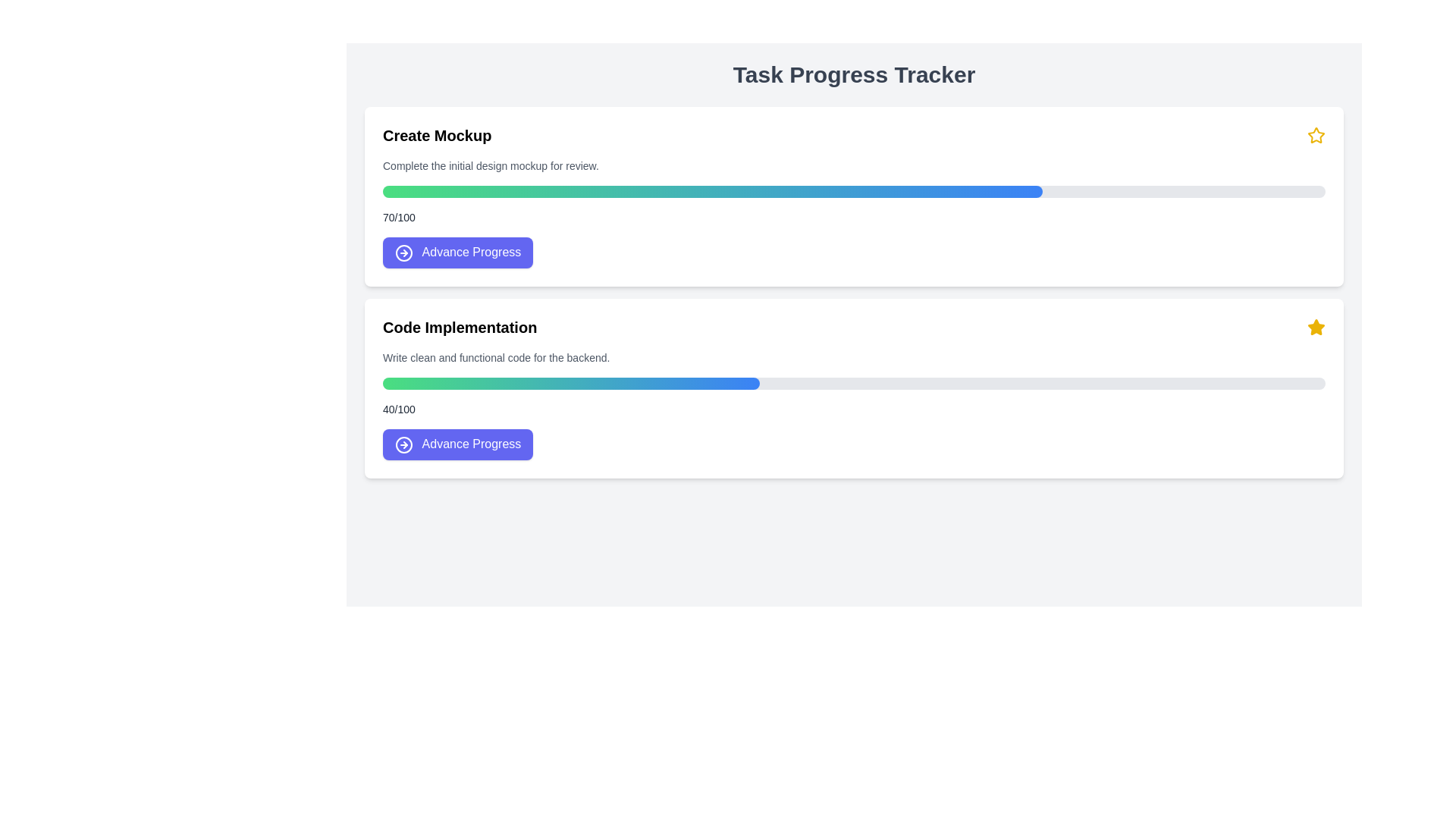 The width and height of the screenshot is (1456, 819). Describe the element at coordinates (496, 357) in the screenshot. I see `the text element that provides a detailed description of the task under the heading 'Code Implementation', located beneath the title and above the progress bar` at that location.